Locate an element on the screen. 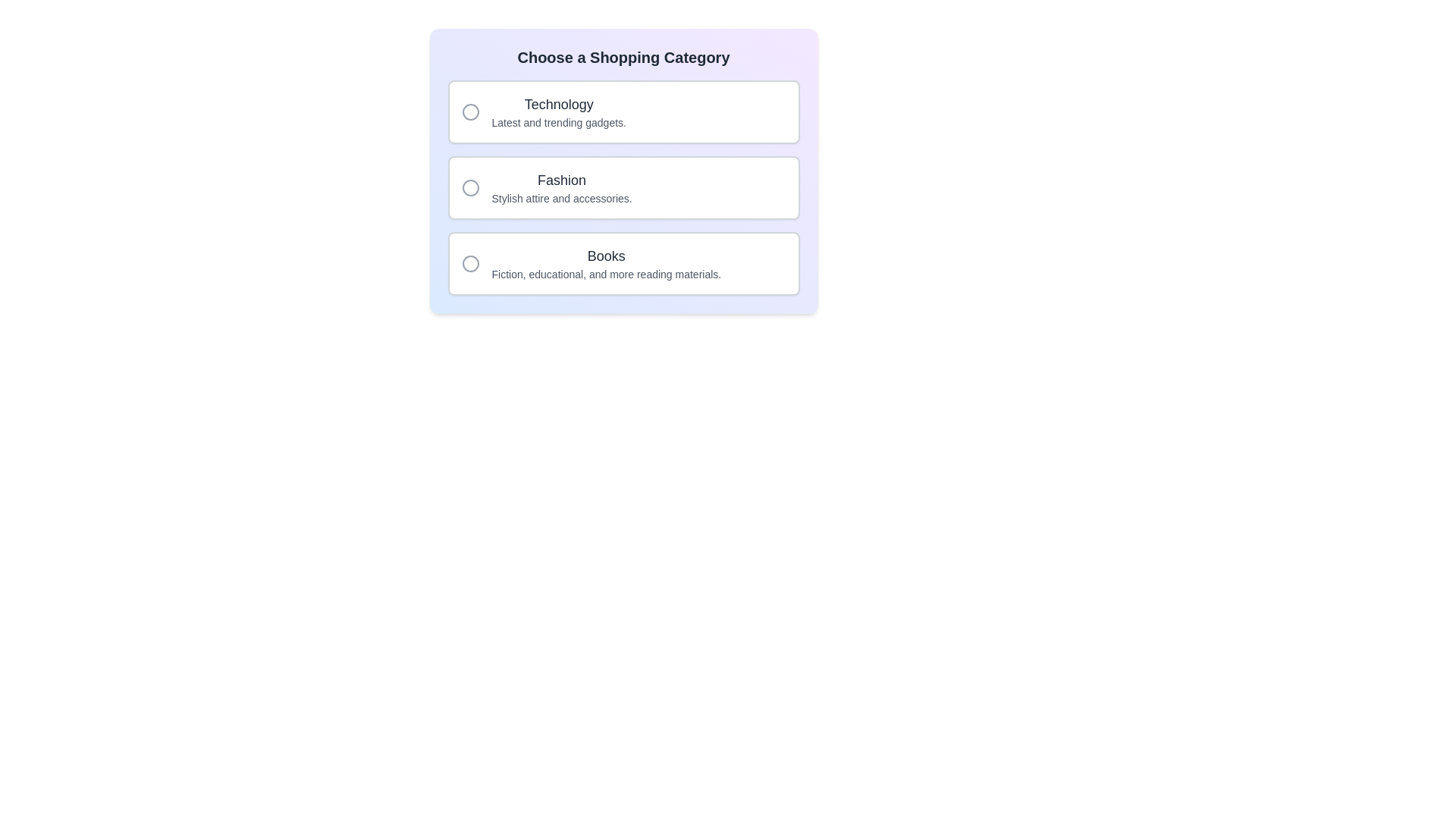 The width and height of the screenshot is (1456, 819). the circular shape of the radio button next to the 'Fashion' option to visualize interactivity is located at coordinates (469, 187).